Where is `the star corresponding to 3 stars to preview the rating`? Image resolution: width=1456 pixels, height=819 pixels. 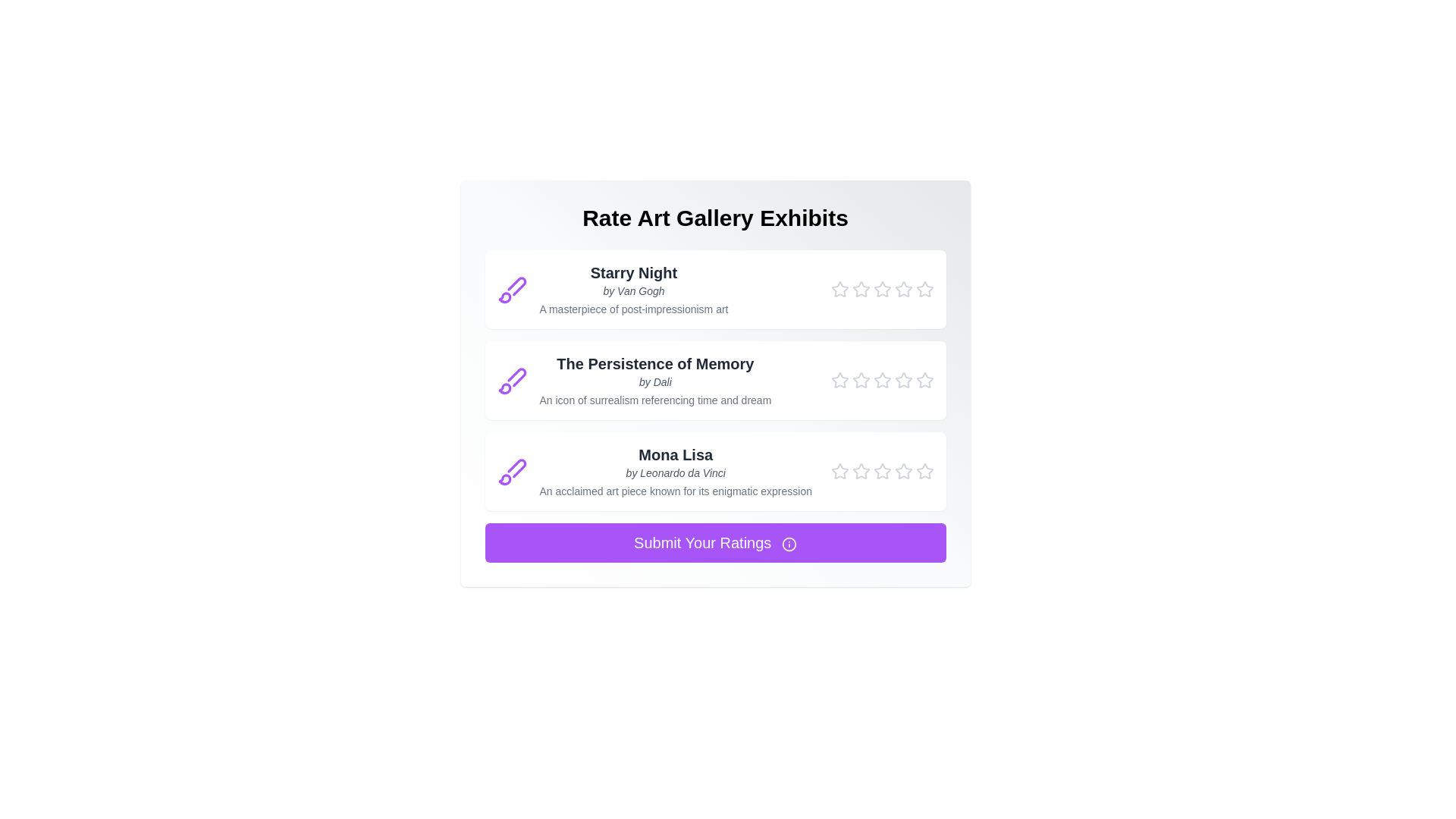
the star corresponding to 3 stars to preview the rating is located at coordinates (882, 289).